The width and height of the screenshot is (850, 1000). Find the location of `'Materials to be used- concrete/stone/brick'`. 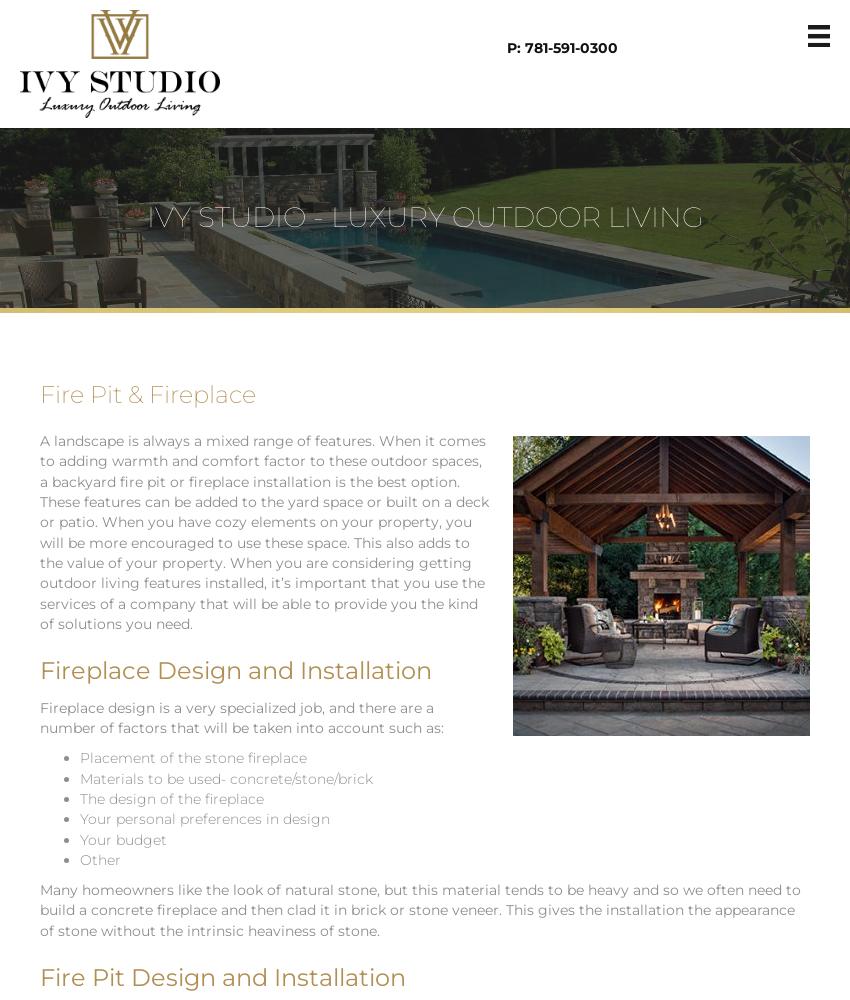

'Materials to be used- concrete/stone/brick' is located at coordinates (226, 778).